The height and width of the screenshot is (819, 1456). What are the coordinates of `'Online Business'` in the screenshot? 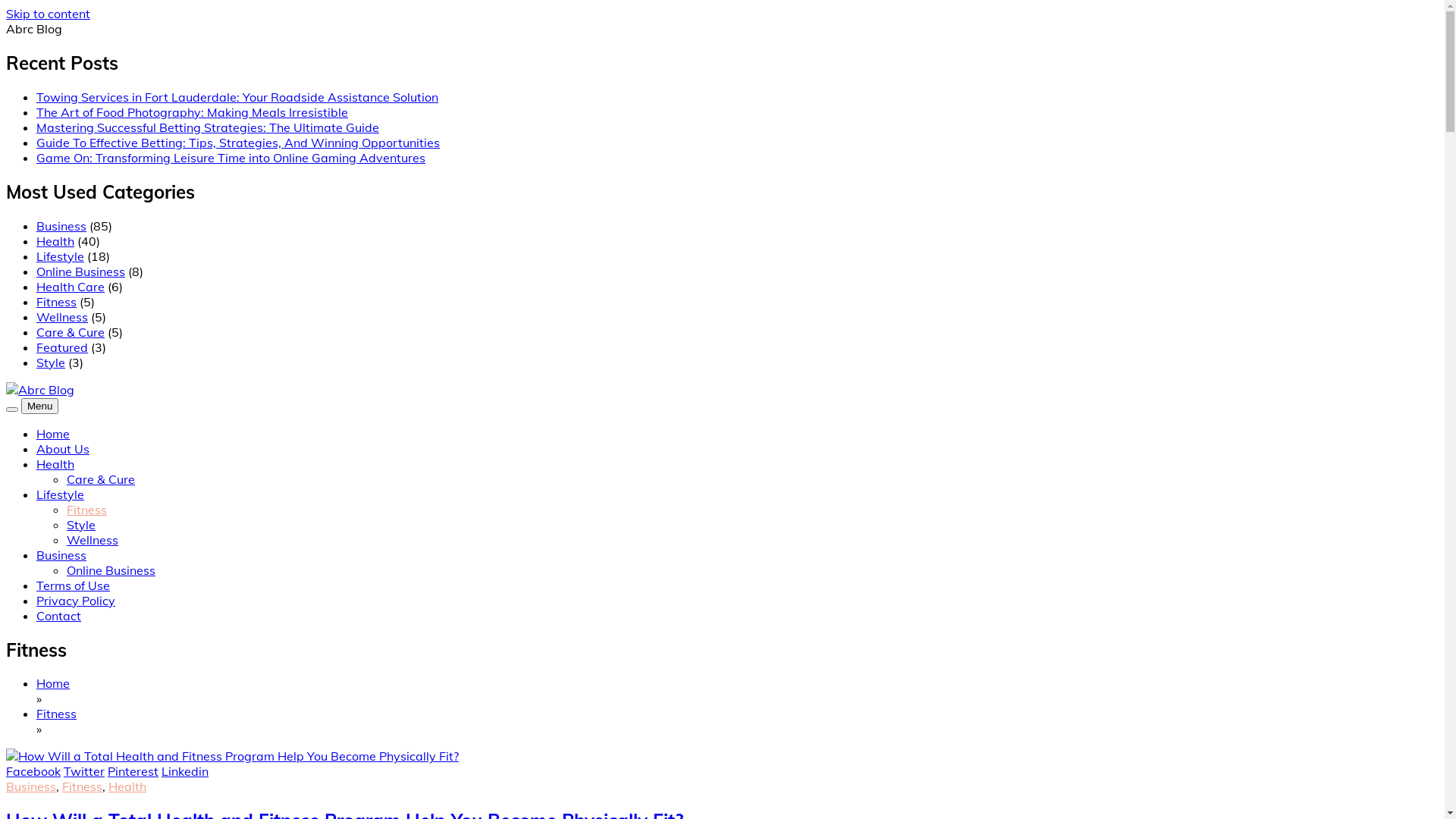 It's located at (80, 271).